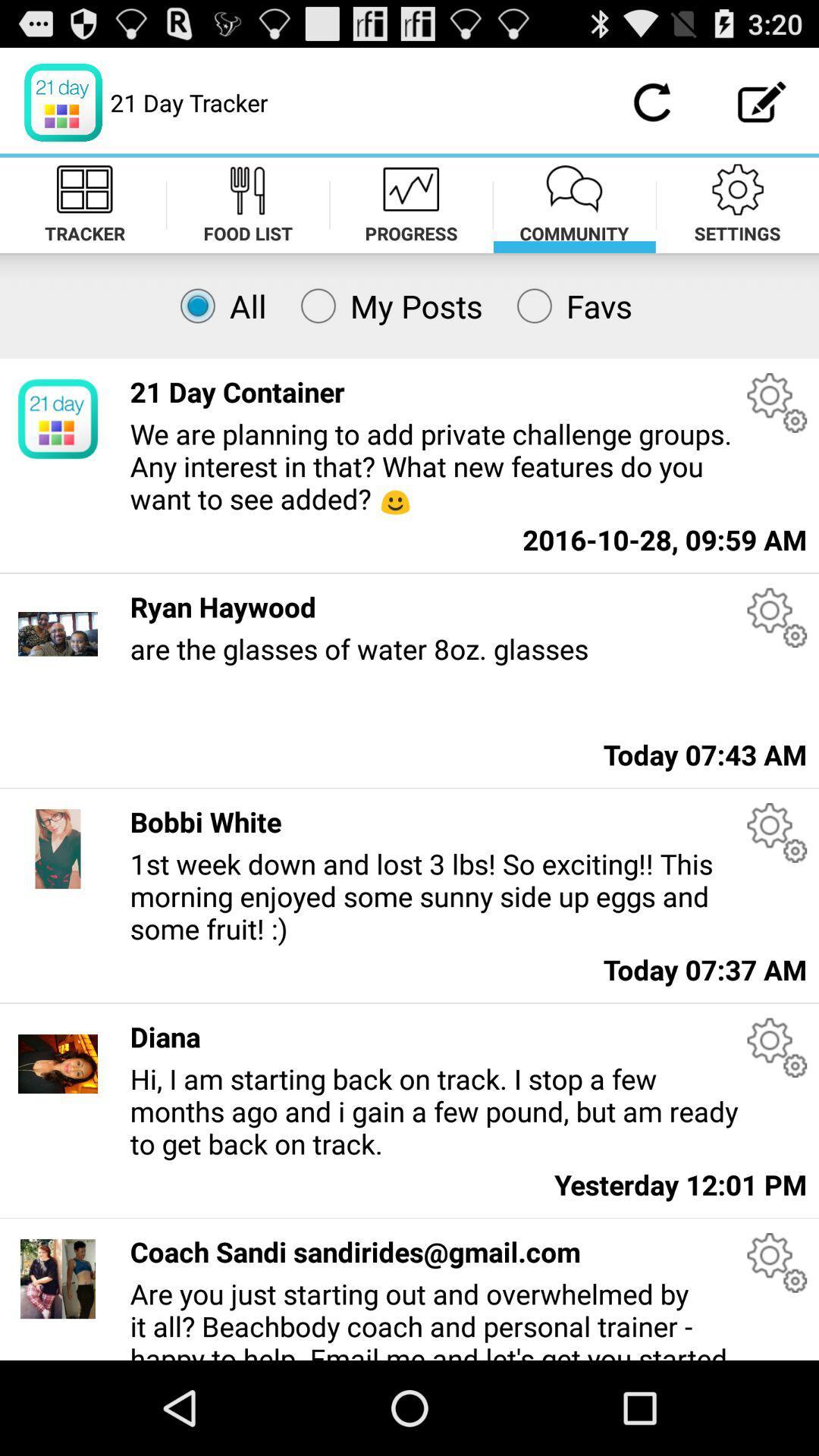 This screenshot has width=819, height=1456. What do you see at coordinates (777, 1263) in the screenshot?
I see `adjust individual settings` at bounding box center [777, 1263].